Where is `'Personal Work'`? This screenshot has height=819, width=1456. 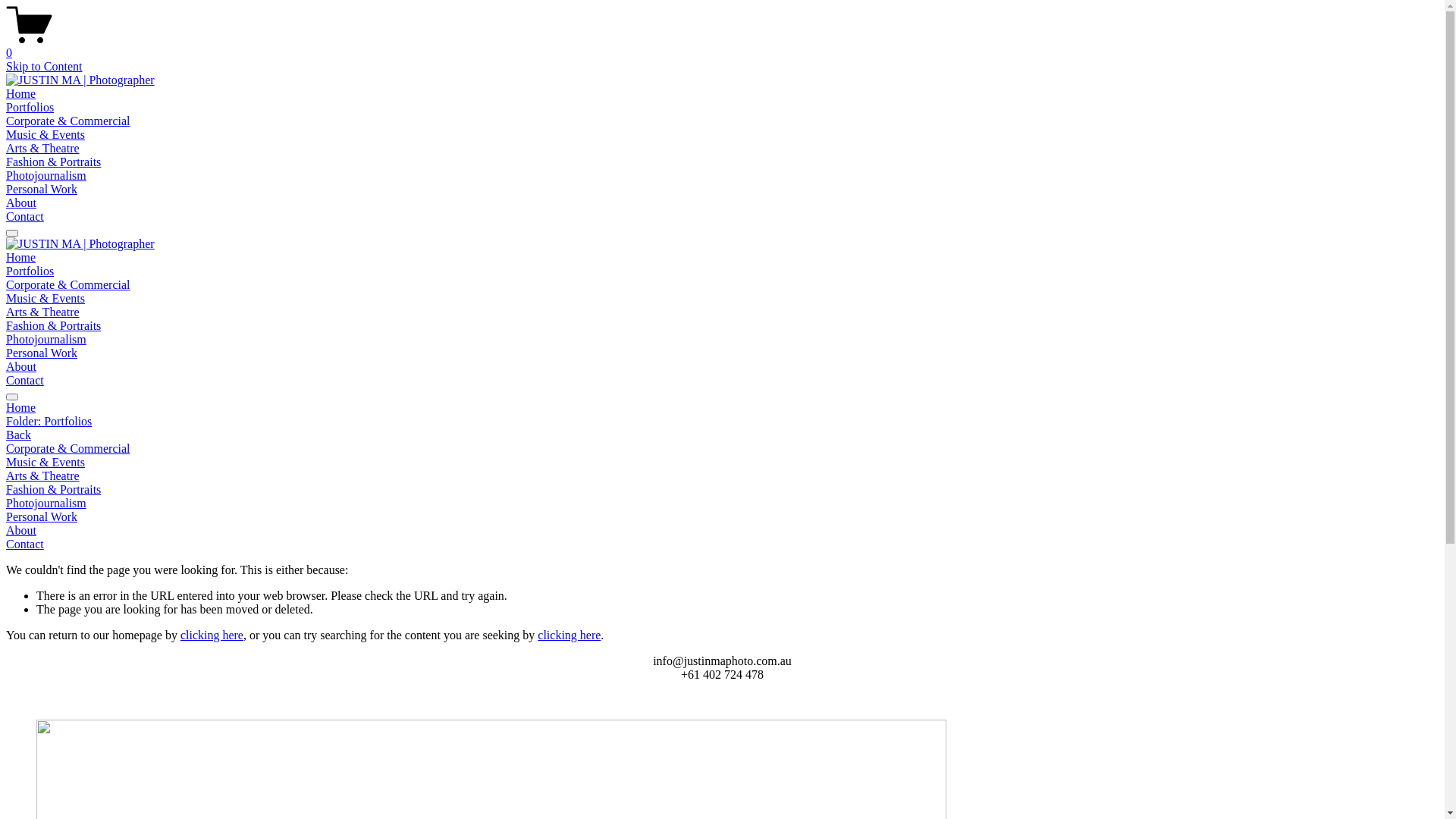 'Personal Work' is located at coordinates (41, 353).